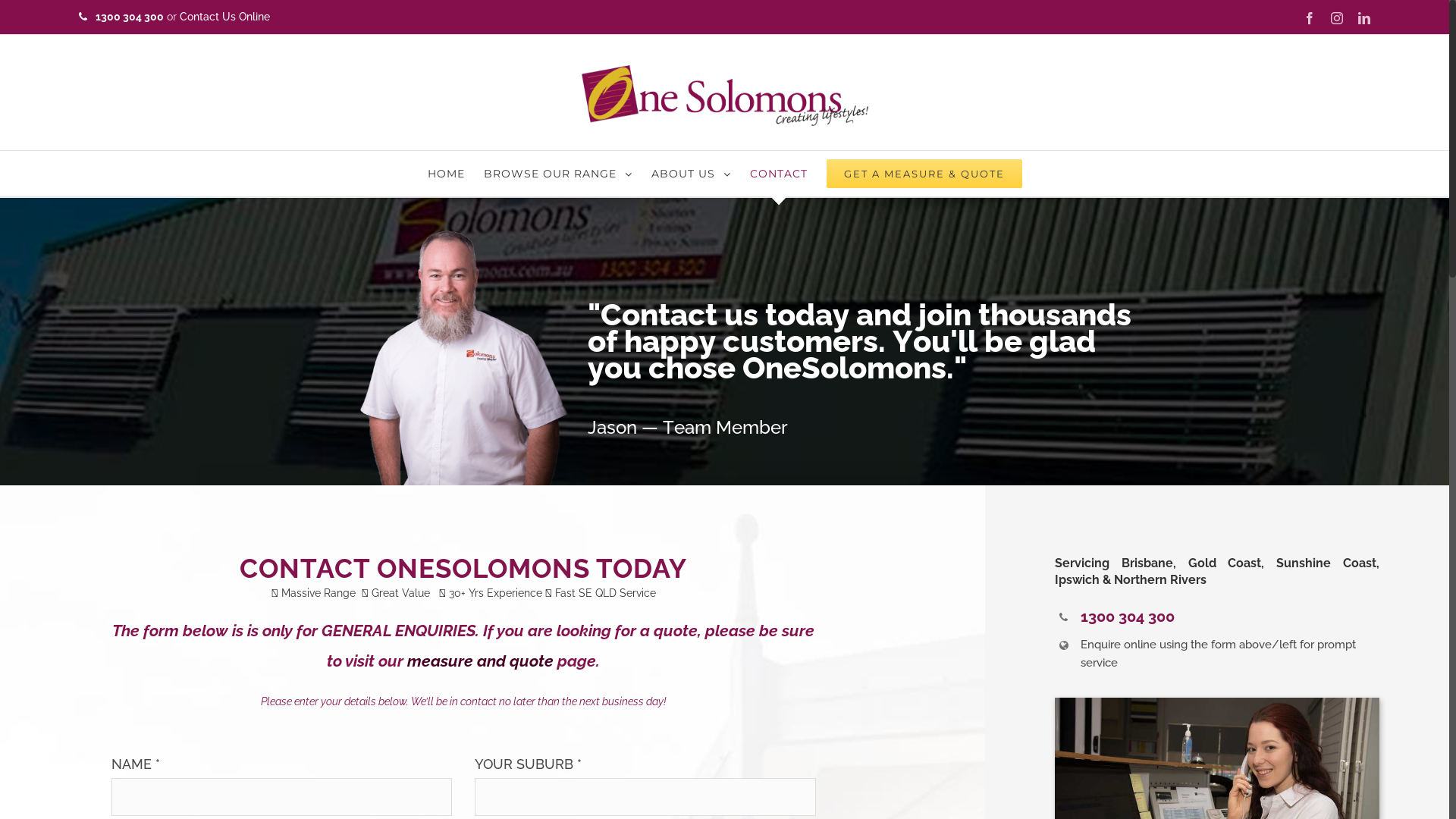  Describe the element at coordinates (1330, 17) in the screenshot. I see `'Instagram'` at that location.